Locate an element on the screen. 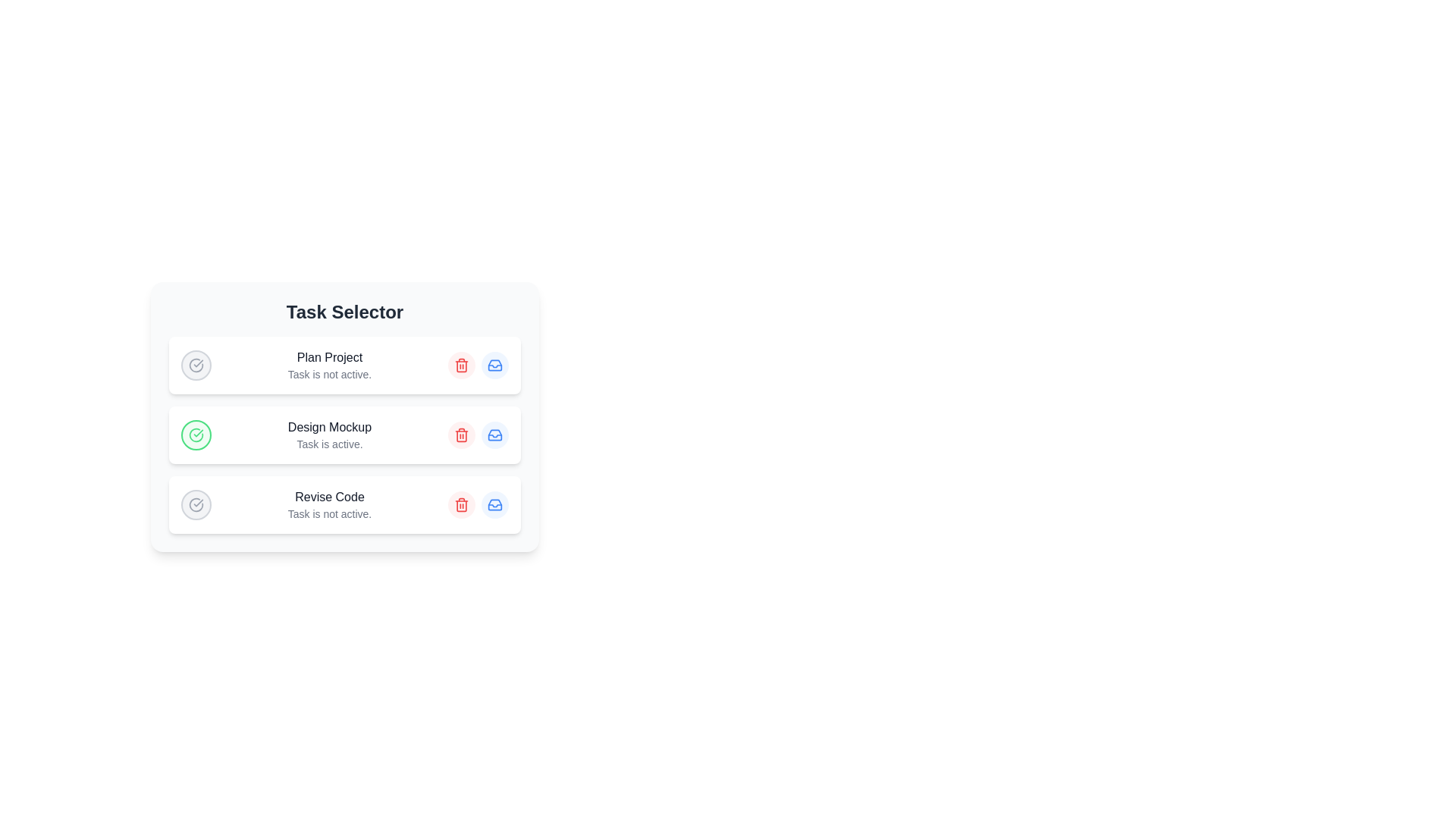 This screenshot has height=819, width=1456. the text label that says 'Task is not active.' located beneath the 'Revise Code' title in the 'Task Selector' interface is located at coordinates (329, 513).